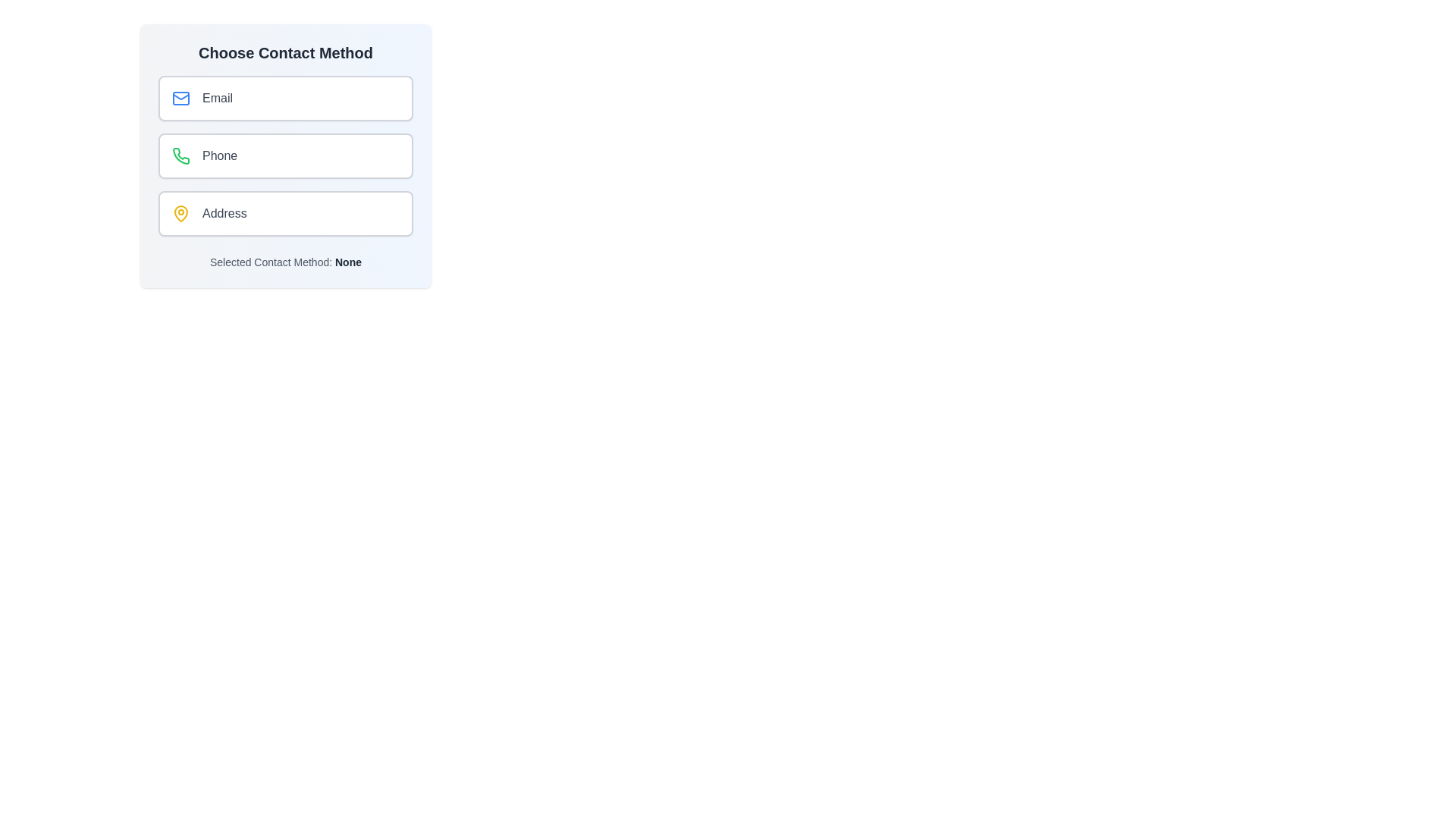  I want to click on the text label of the contact method Address, so click(224, 213).